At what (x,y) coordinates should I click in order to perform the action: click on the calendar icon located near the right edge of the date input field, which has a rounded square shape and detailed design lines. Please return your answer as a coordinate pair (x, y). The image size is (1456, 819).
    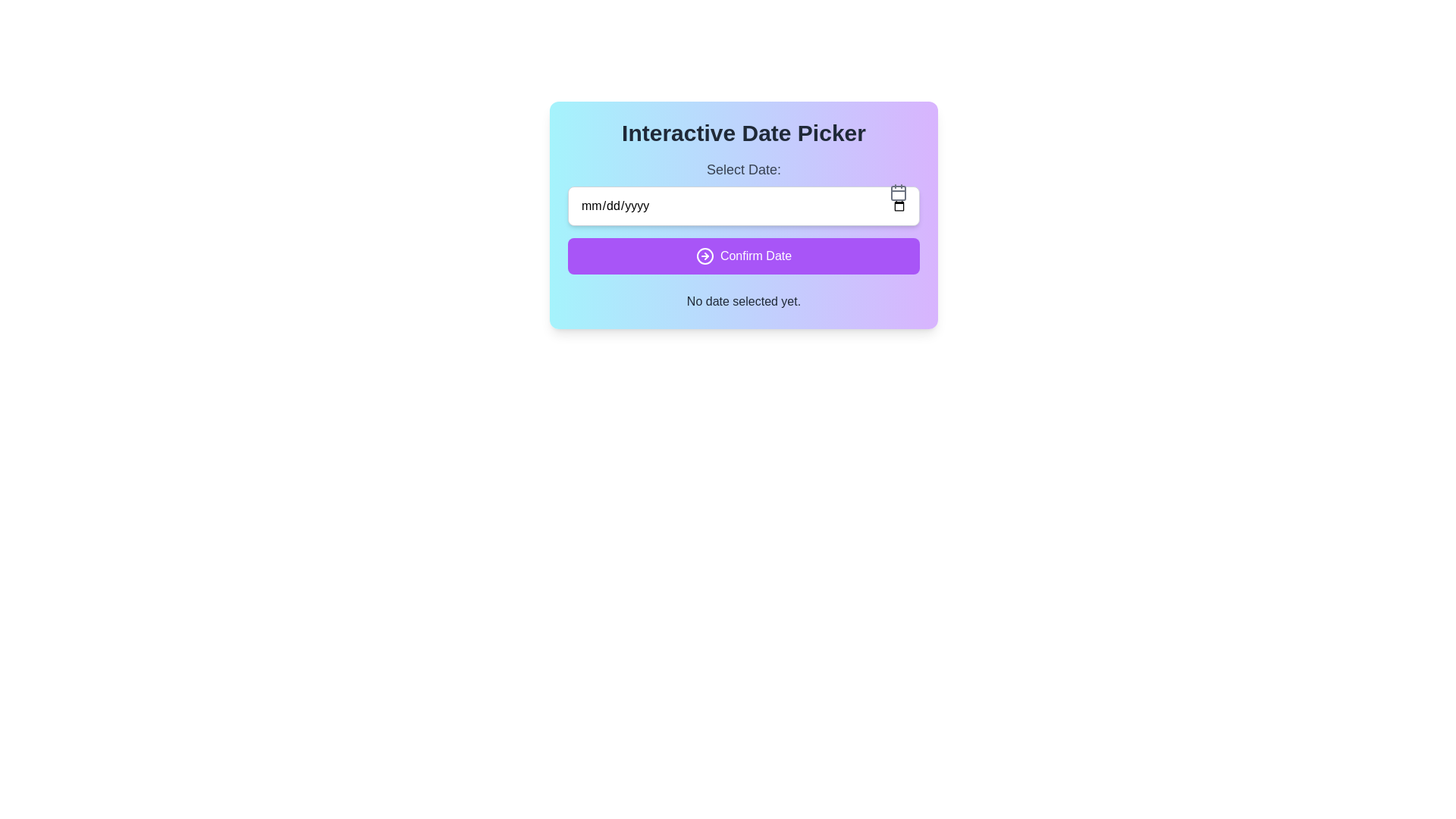
    Looking at the image, I should click on (899, 192).